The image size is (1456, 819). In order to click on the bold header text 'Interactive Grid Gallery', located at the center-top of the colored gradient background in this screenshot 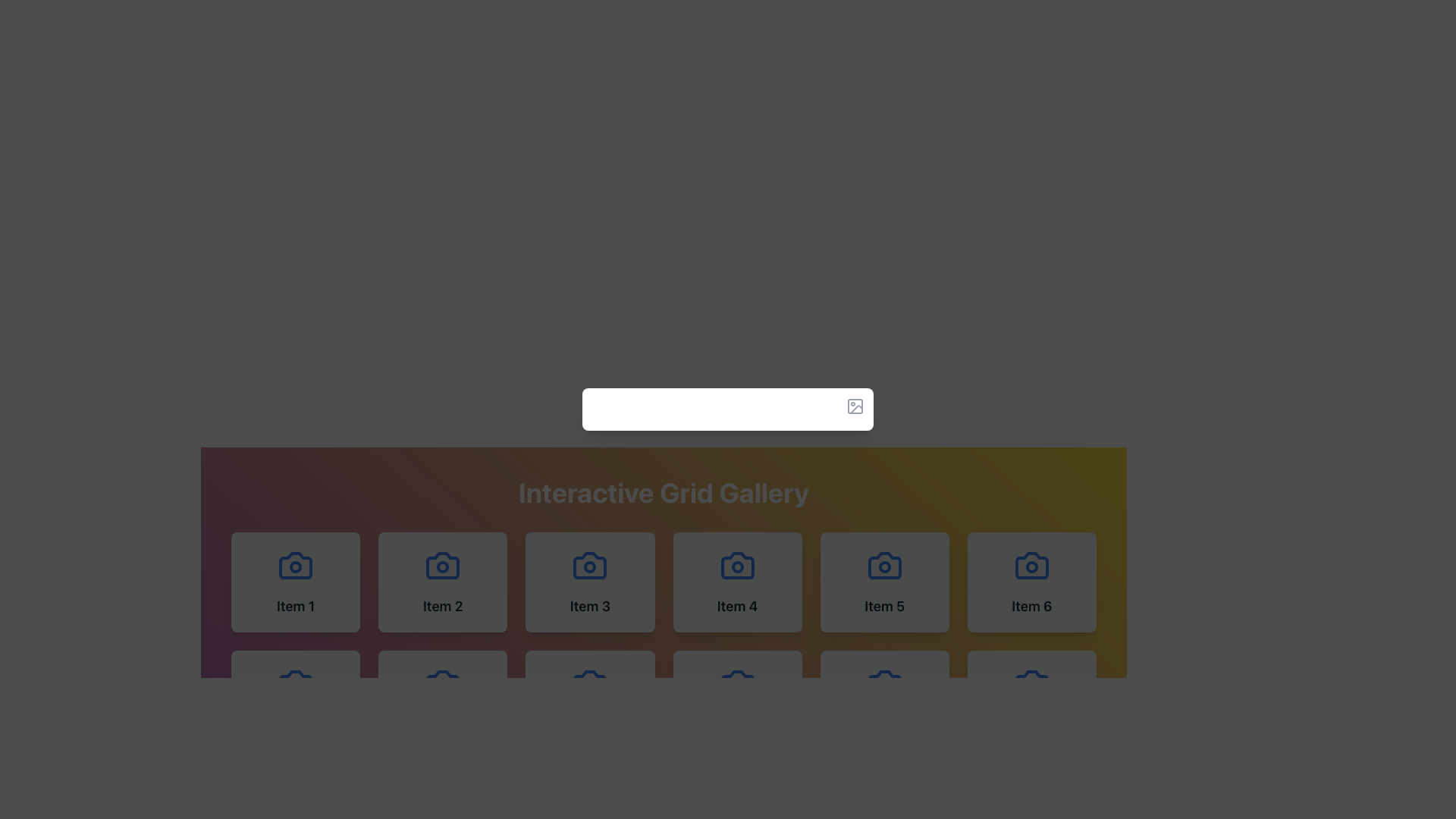, I will do `click(664, 493)`.